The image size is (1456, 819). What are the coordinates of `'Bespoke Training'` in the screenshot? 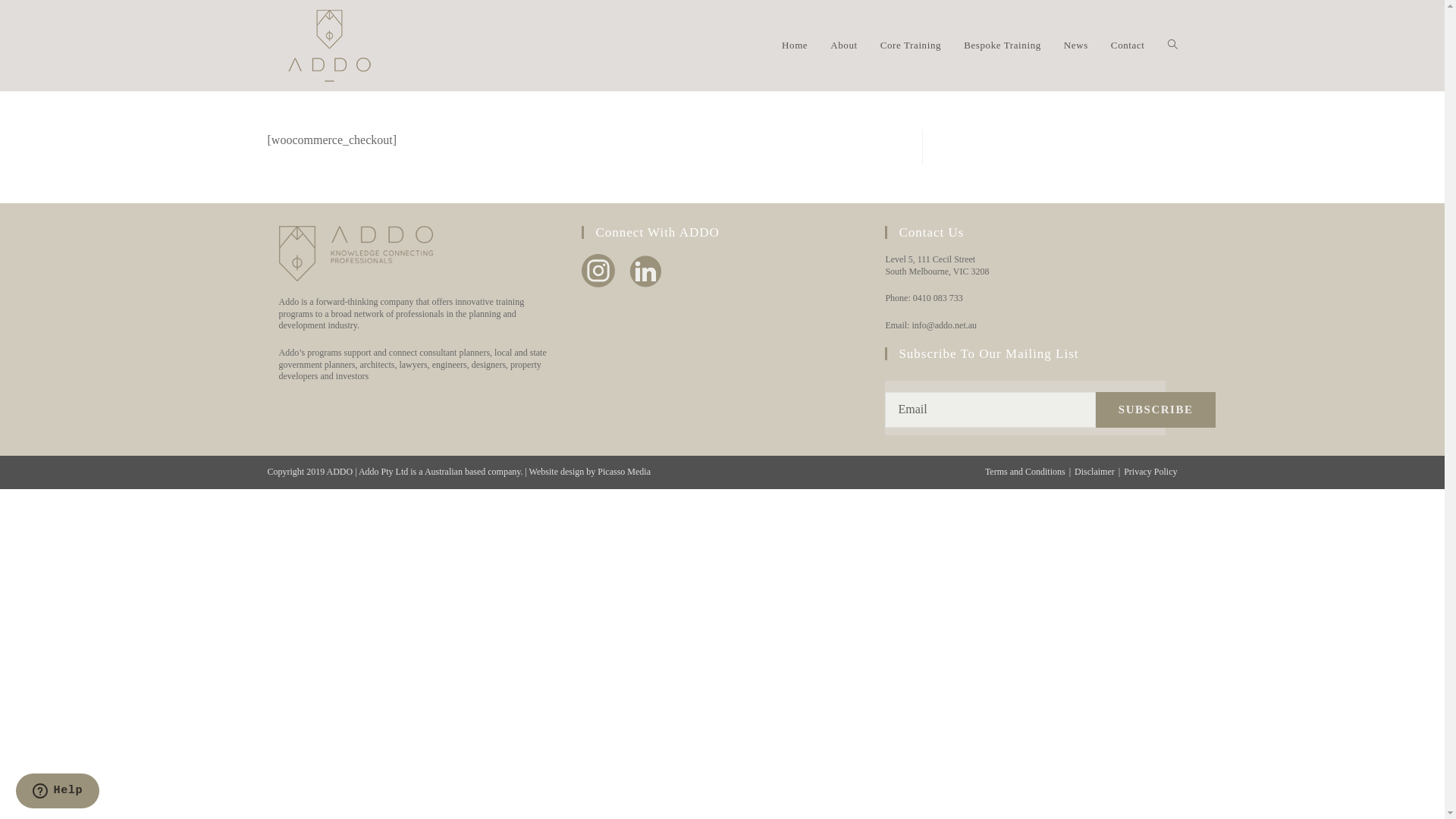 It's located at (1002, 45).